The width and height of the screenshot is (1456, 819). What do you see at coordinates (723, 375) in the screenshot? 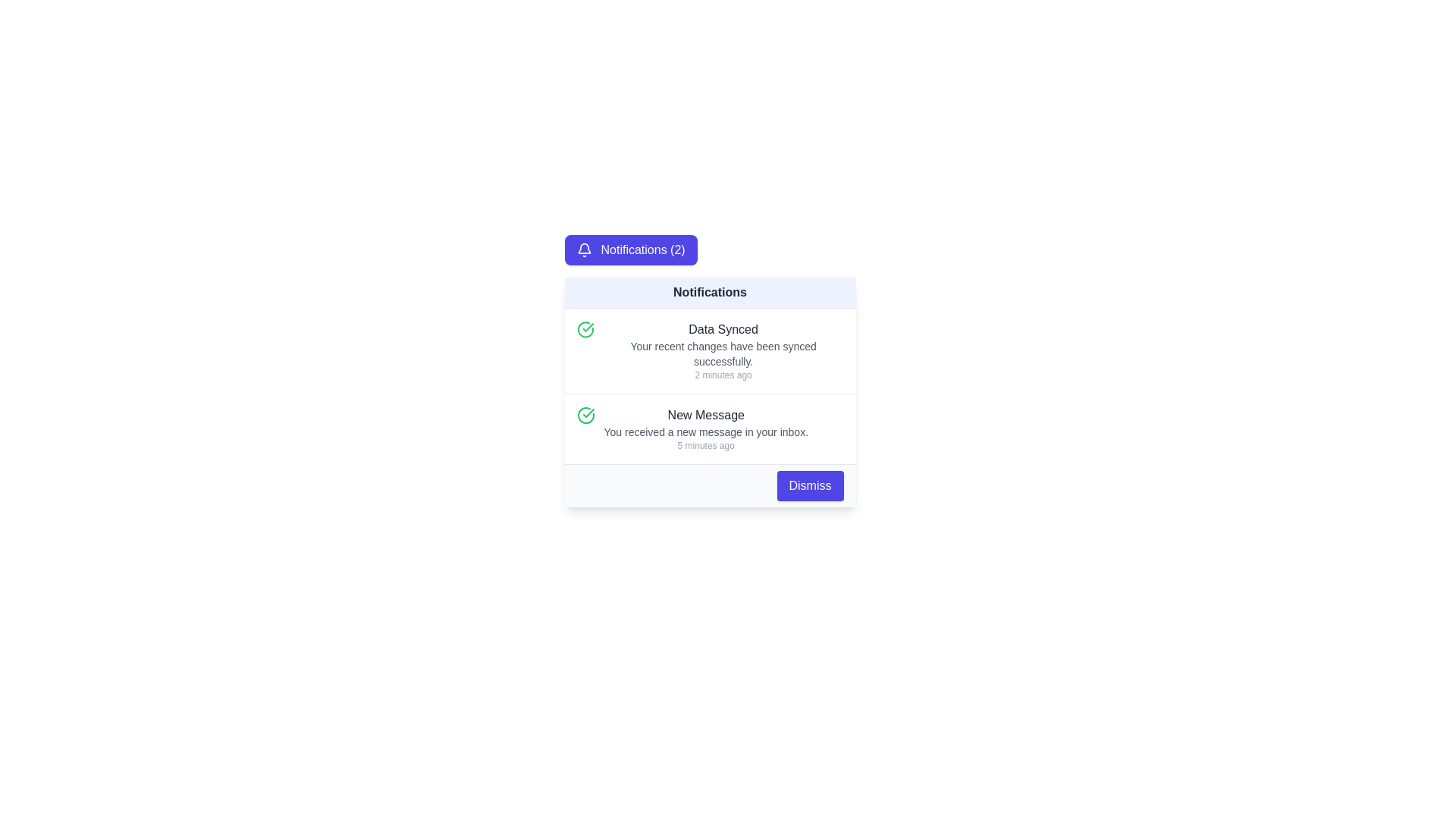
I see `the Text Label displaying '2 minutes ago', which is styled in a small gray font and positioned beneath the notification titled 'Data Synced'` at bounding box center [723, 375].